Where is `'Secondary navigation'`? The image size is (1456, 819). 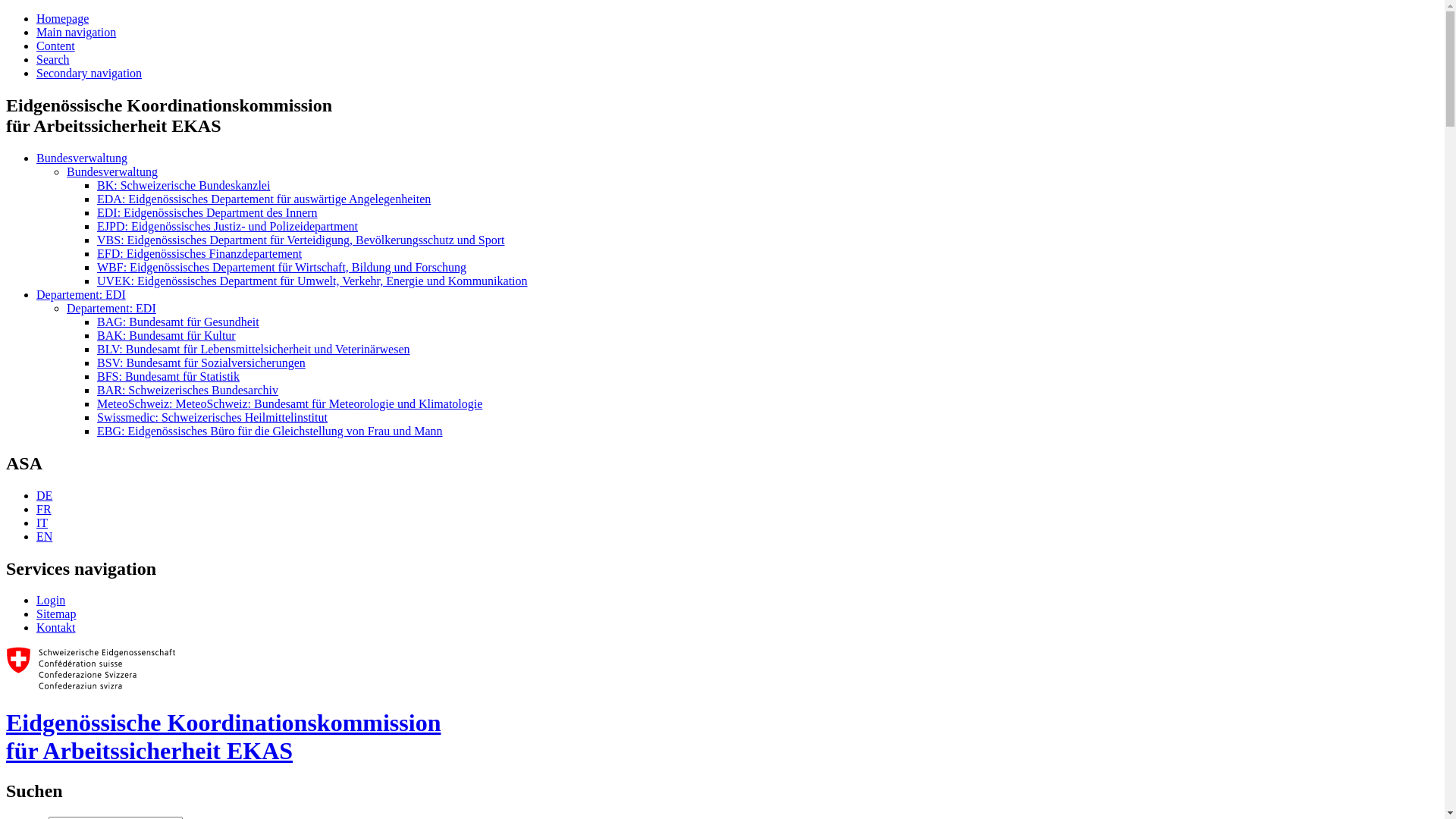
'Secondary navigation' is located at coordinates (88, 73).